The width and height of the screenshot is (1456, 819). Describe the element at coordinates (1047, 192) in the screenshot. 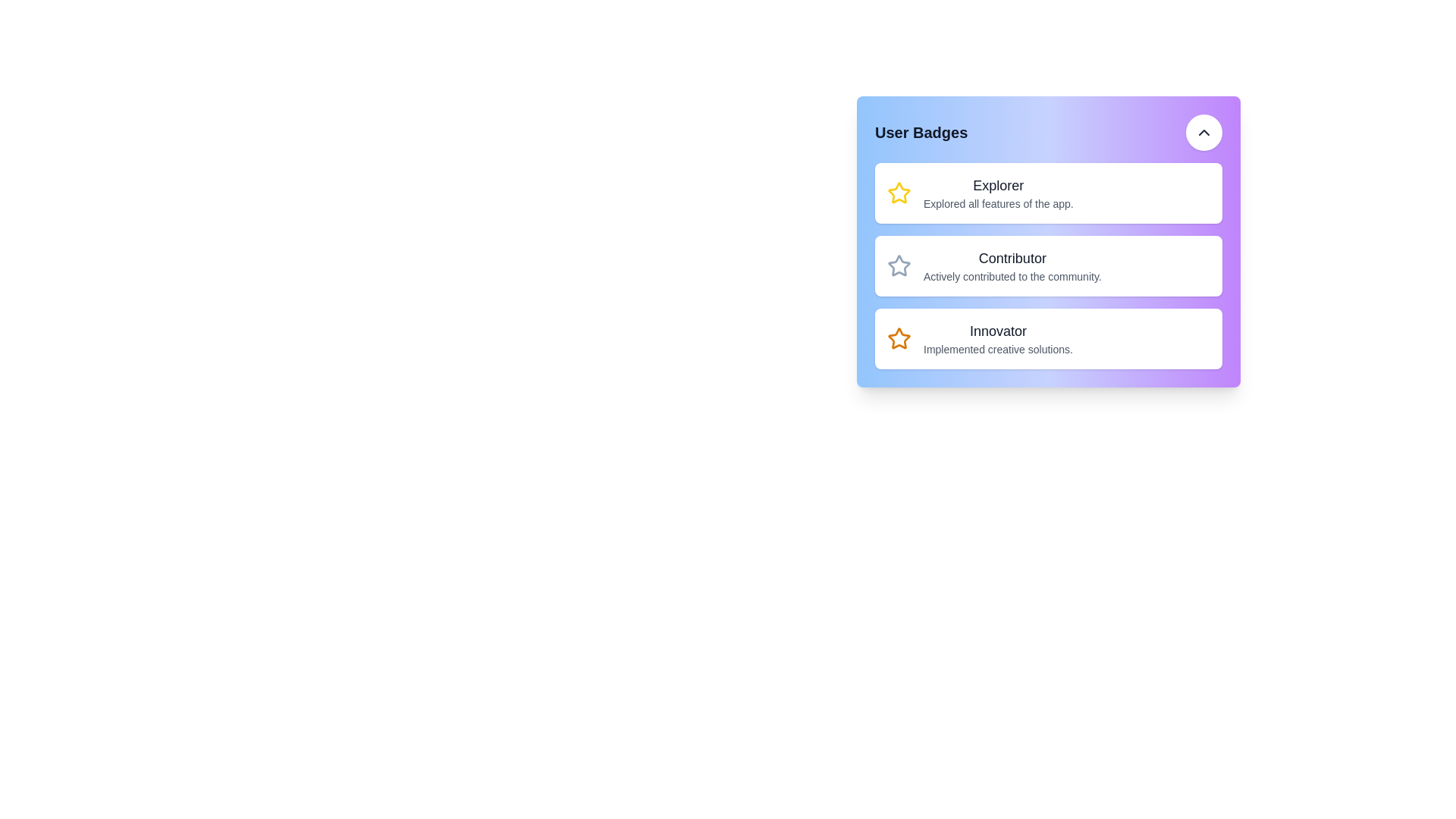

I see `the 'Explorer' visual badge, which is the first badge in a vertically stacked layout inside a card component, located at the top-left of the card, above the 'Contributor' badge` at that location.